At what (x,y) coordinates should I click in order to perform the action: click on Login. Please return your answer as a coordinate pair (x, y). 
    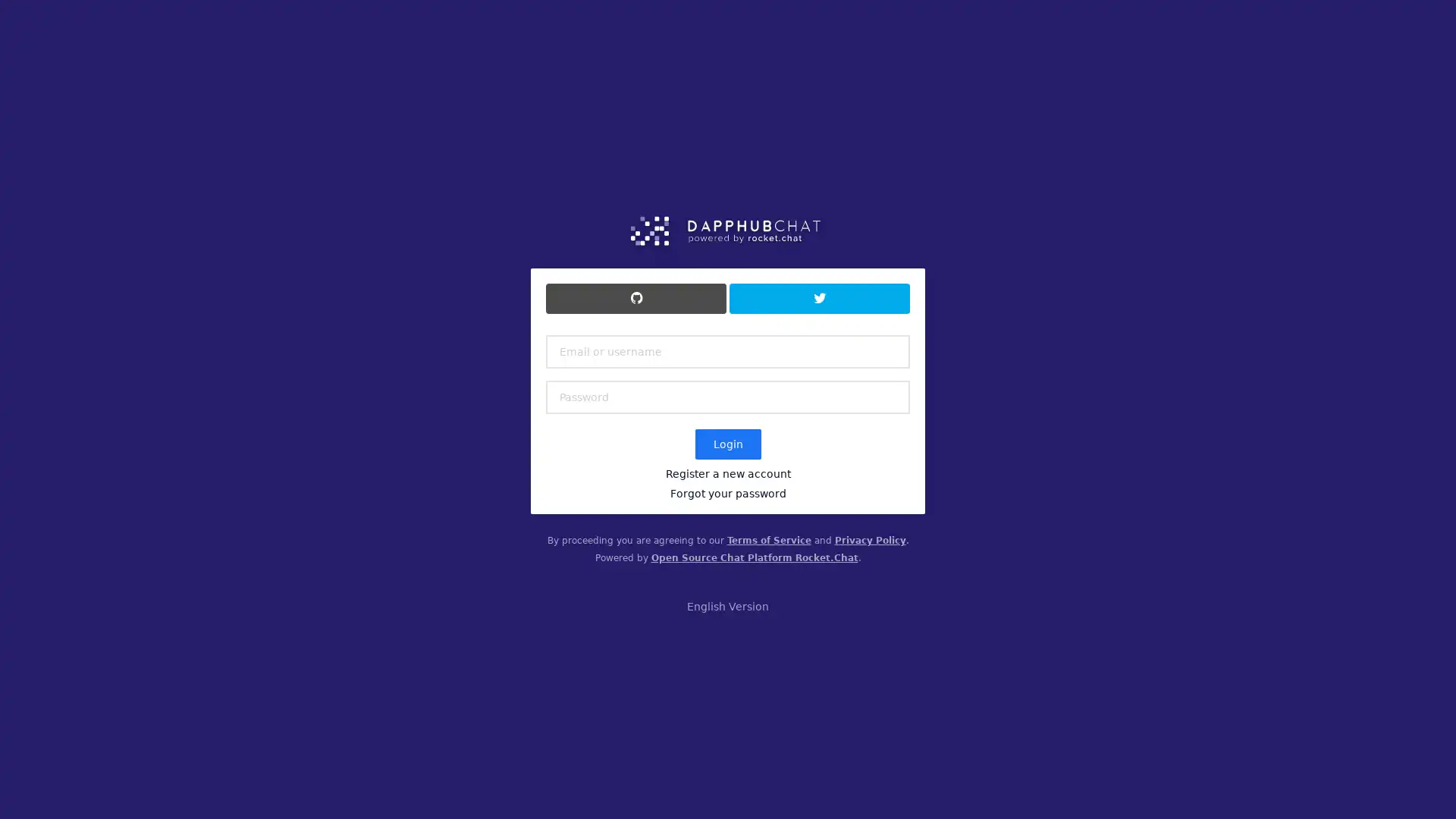
    Looking at the image, I should click on (726, 444).